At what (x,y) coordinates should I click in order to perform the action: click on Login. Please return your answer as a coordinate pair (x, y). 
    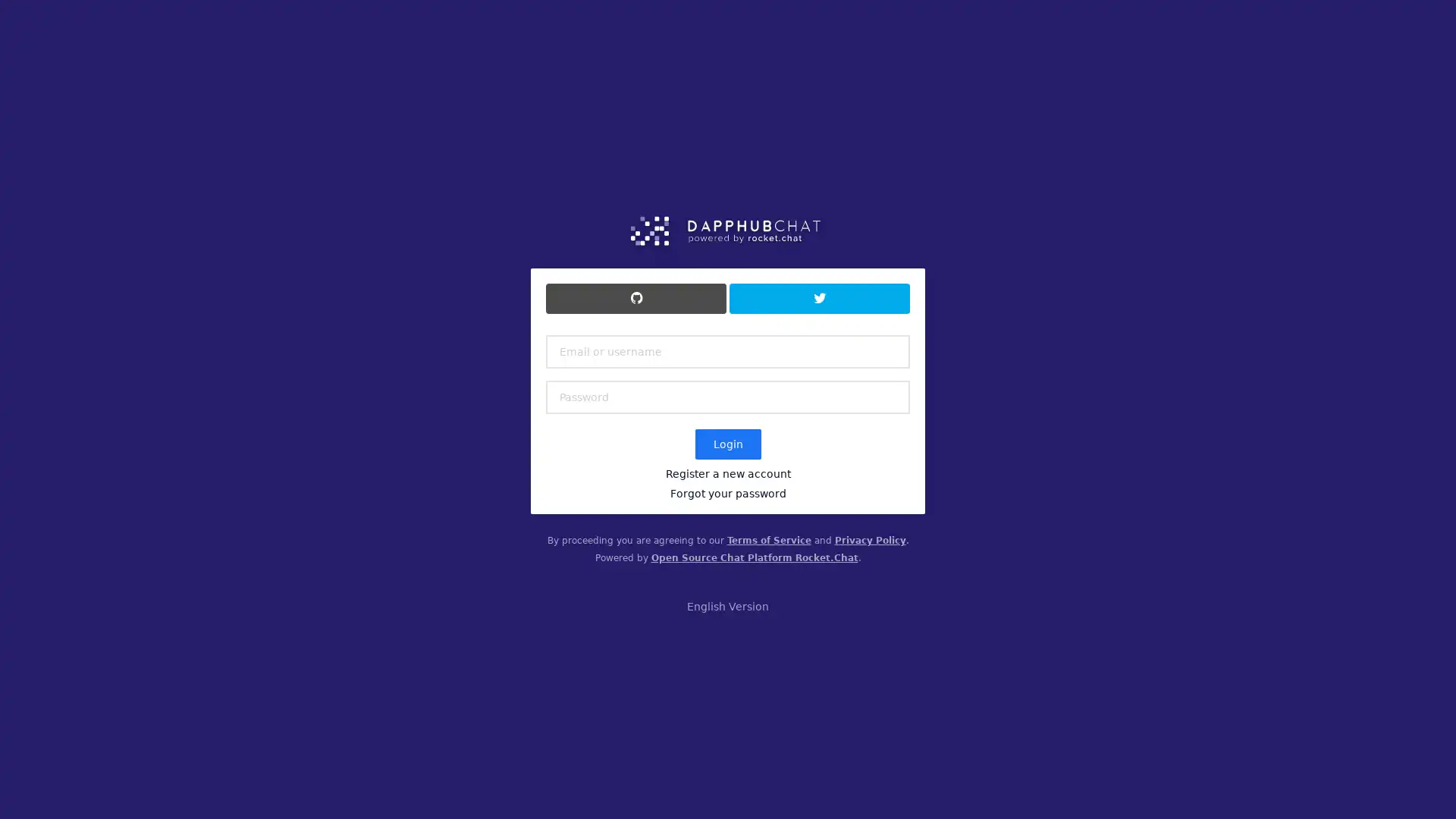
    Looking at the image, I should click on (726, 444).